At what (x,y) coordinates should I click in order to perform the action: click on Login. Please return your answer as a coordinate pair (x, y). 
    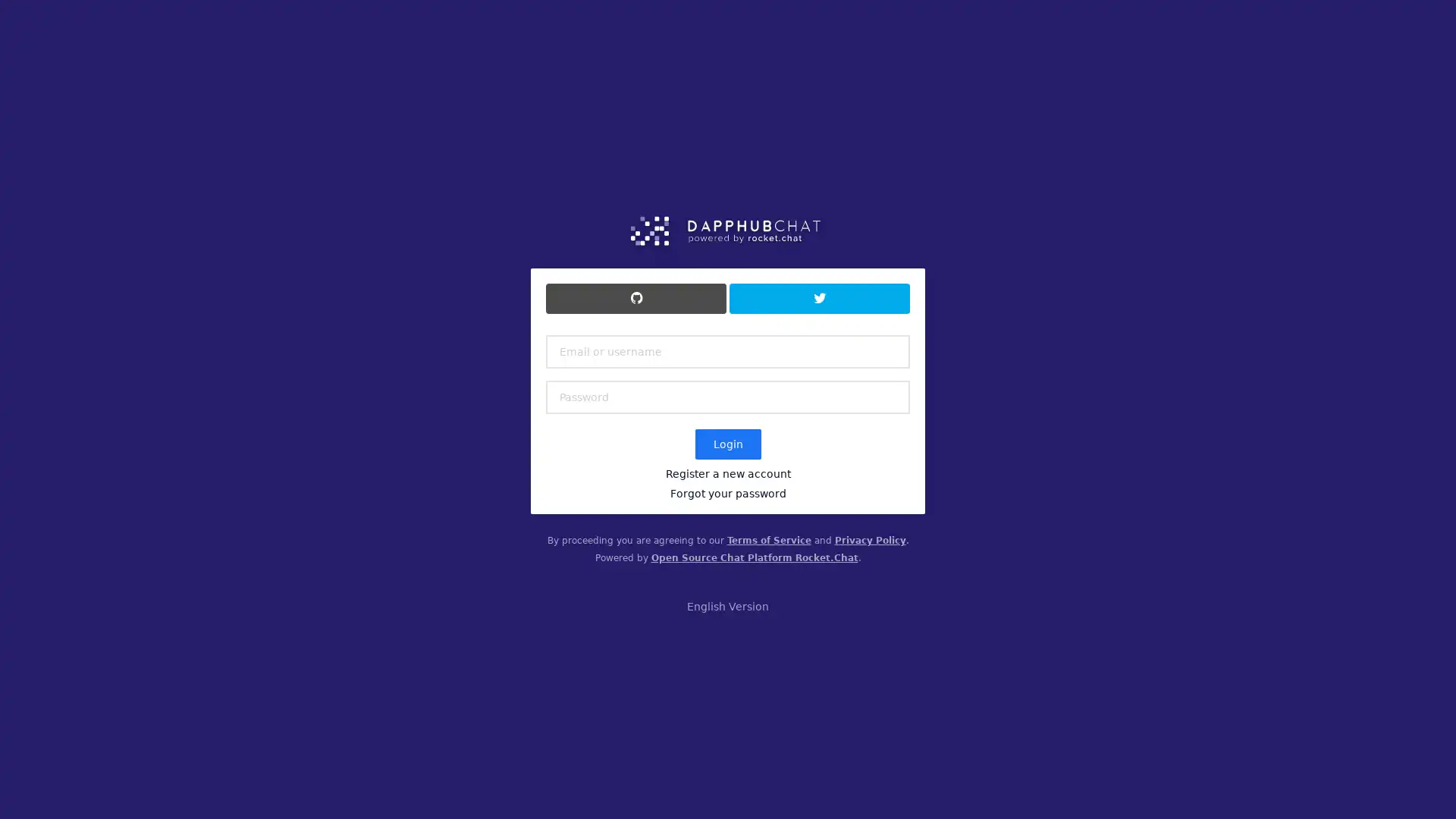
    Looking at the image, I should click on (726, 444).